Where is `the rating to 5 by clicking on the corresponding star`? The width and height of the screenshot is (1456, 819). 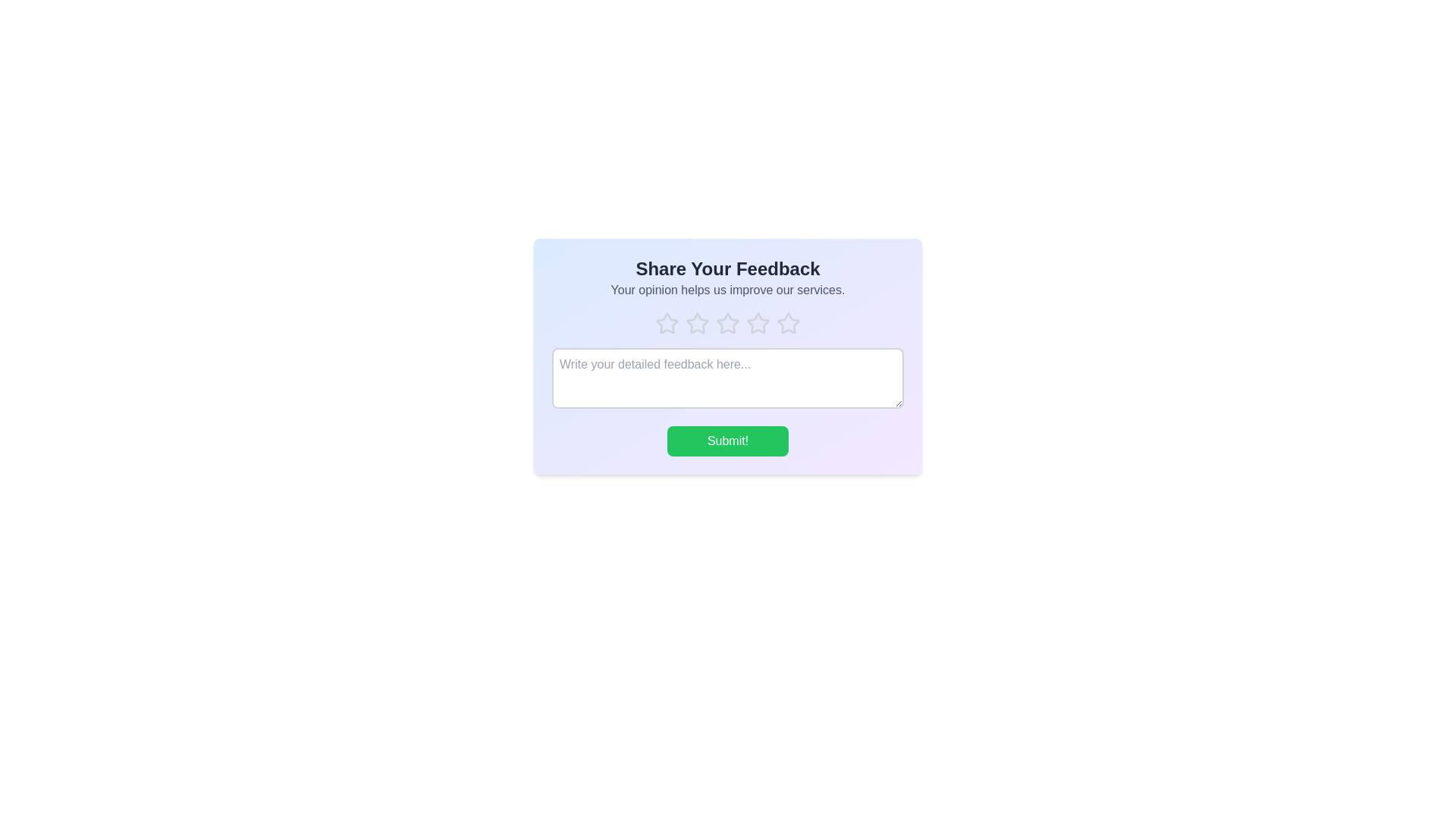 the rating to 5 by clicking on the corresponding star is located at coordinates (789, 323).